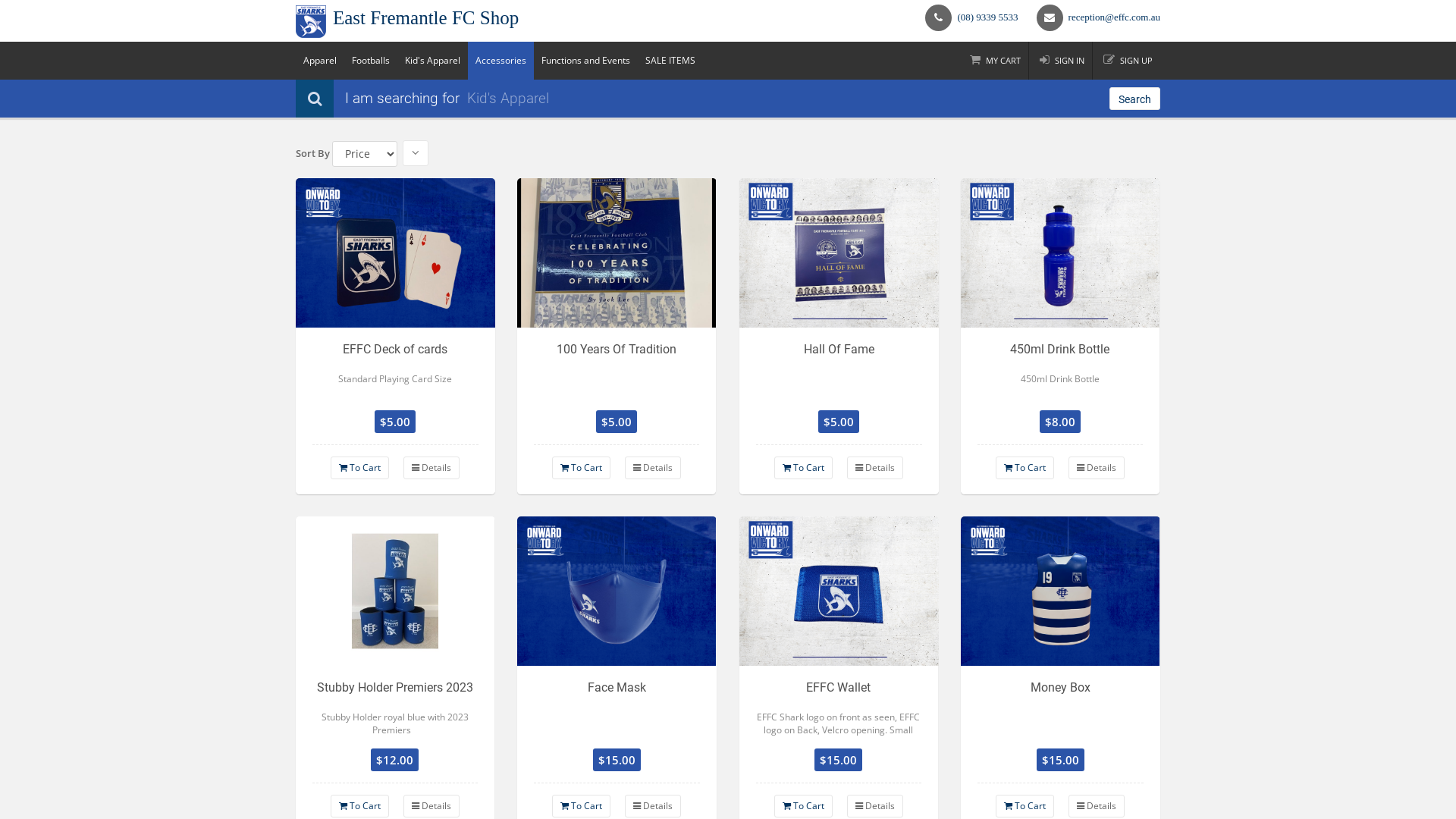 Image resolution: width=1456 pixels, height=819 pixels. I want to click on '$5.00', so click(395, 421).